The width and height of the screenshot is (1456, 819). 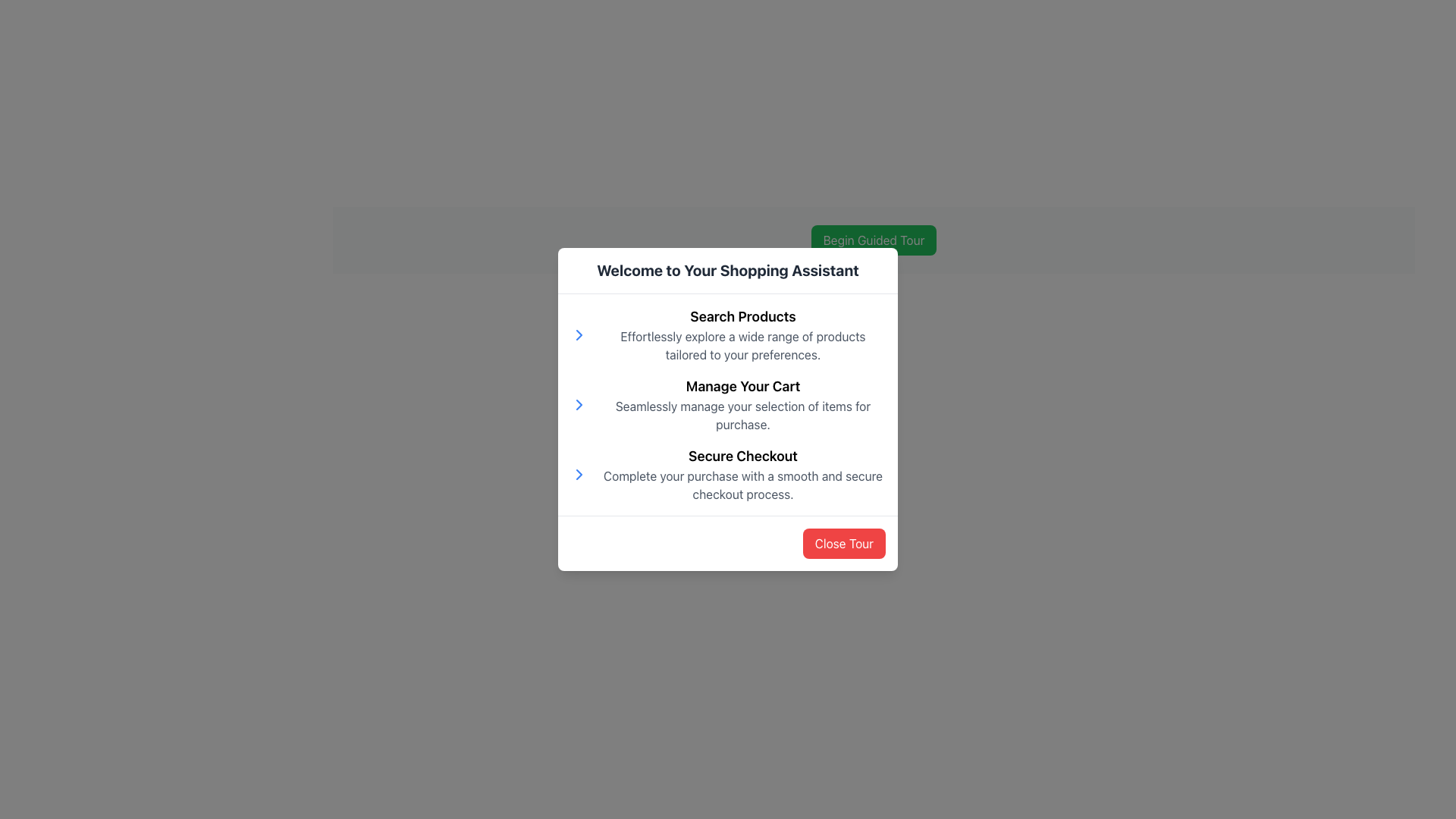 What do you see at coordinates (578, 403) in the screenshot?
I see `the second chevron icon, which is positioned to the right of the 'Manage Your Cart' label, serving as a navigational button for cart management` at bounding box center [578, 403].